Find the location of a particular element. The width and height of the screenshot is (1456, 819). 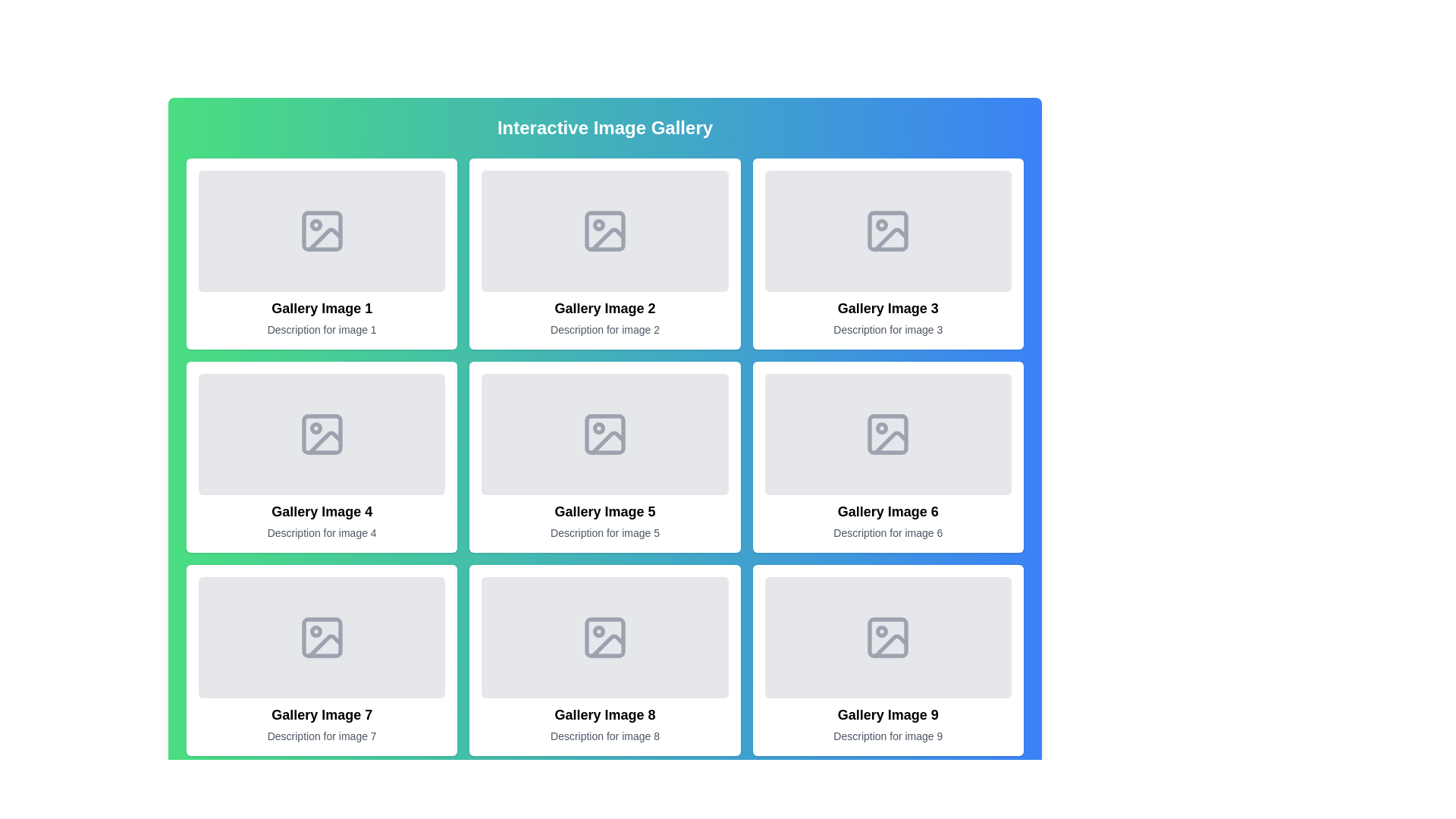

the placeholder icon in the first row, third cell of the interactive image gallery is located at coordinates (888, 231).